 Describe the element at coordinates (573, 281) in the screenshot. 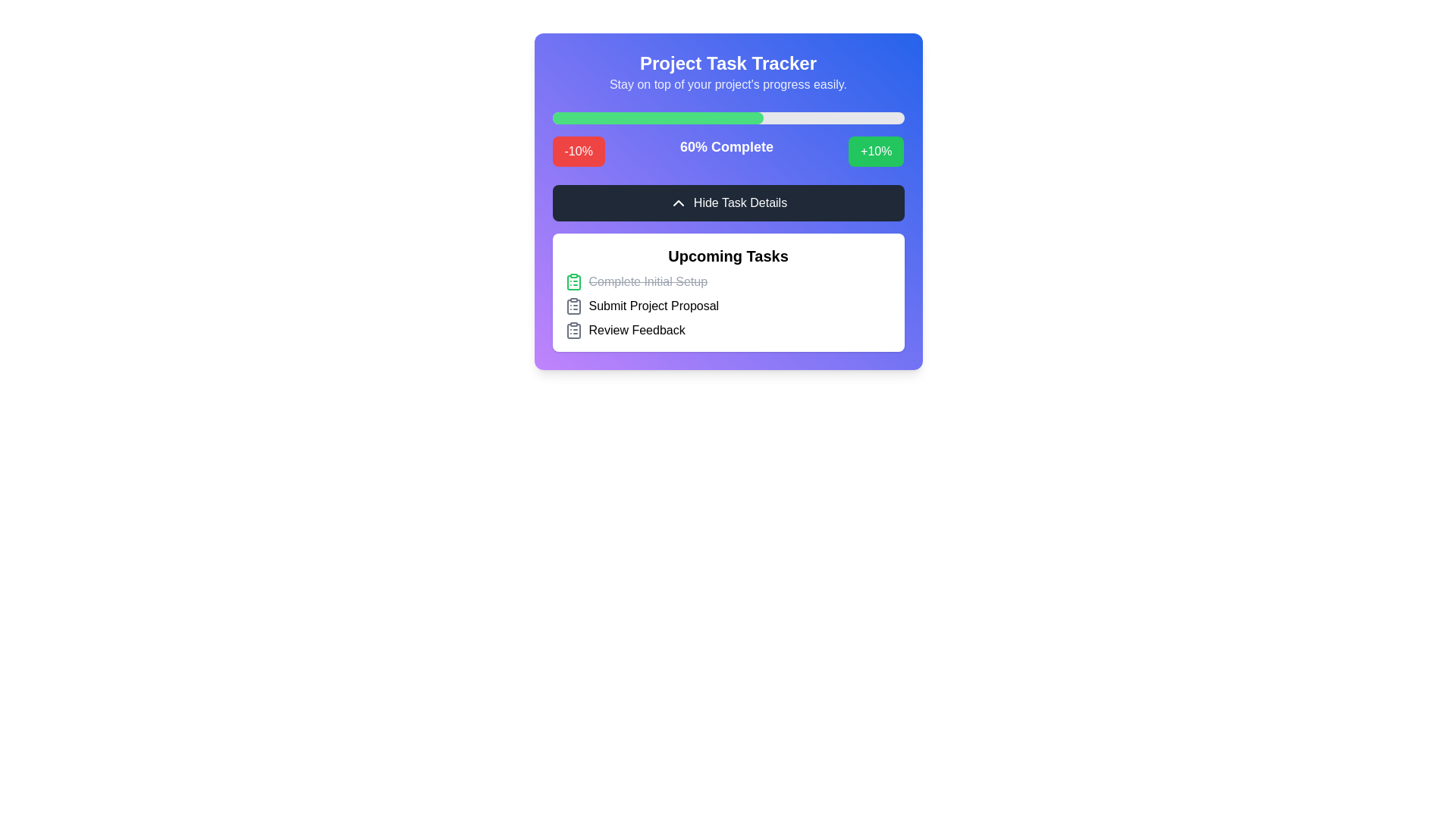

I see `the green clipboard icon located to the left of the strikethrough text 'Complete Initial Setup' in the 'Upcoming Tasks' section` at that location.